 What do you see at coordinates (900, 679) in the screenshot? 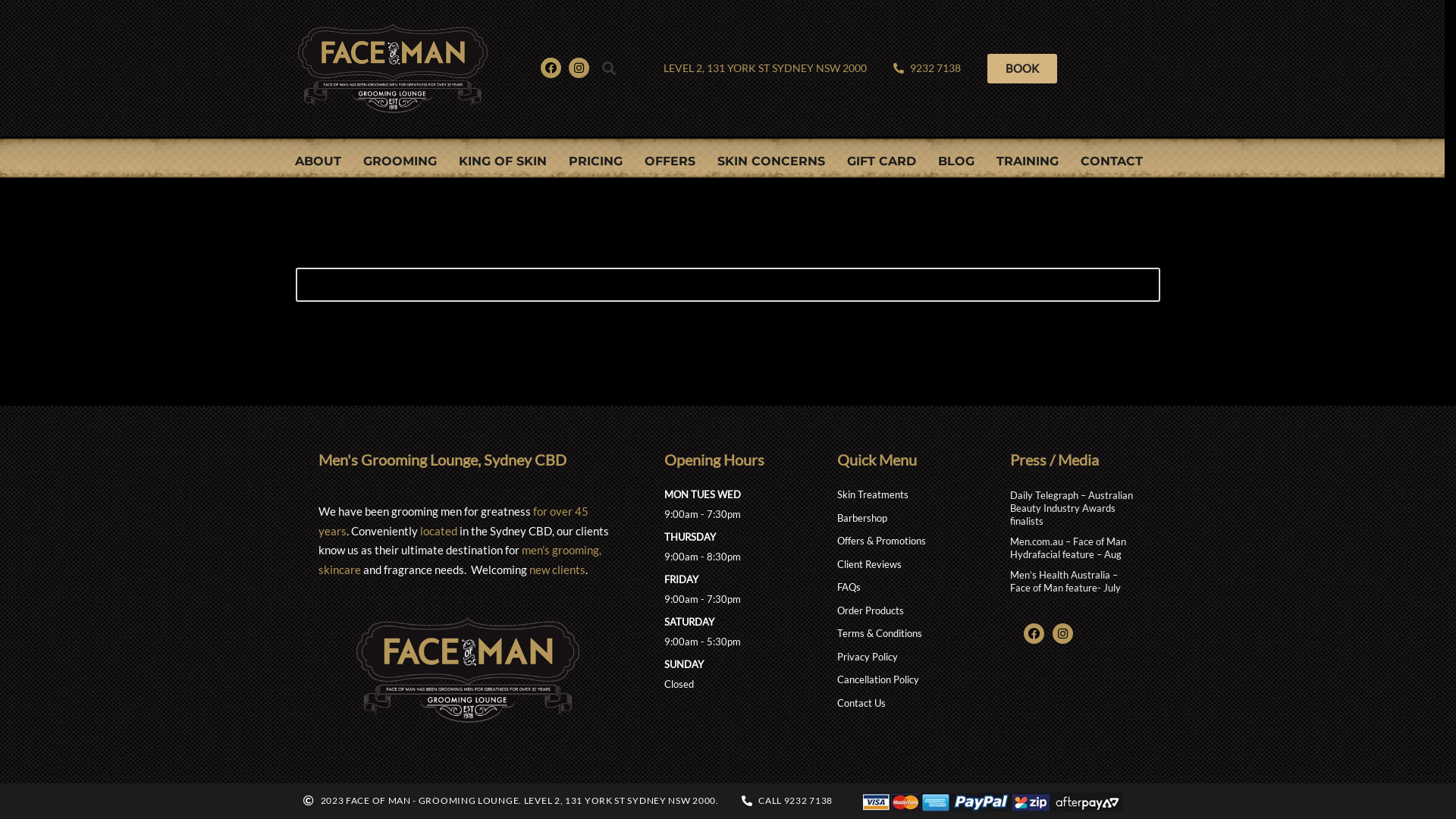
I see `'Cancellation Policy'` at bounding box center [900, 679].